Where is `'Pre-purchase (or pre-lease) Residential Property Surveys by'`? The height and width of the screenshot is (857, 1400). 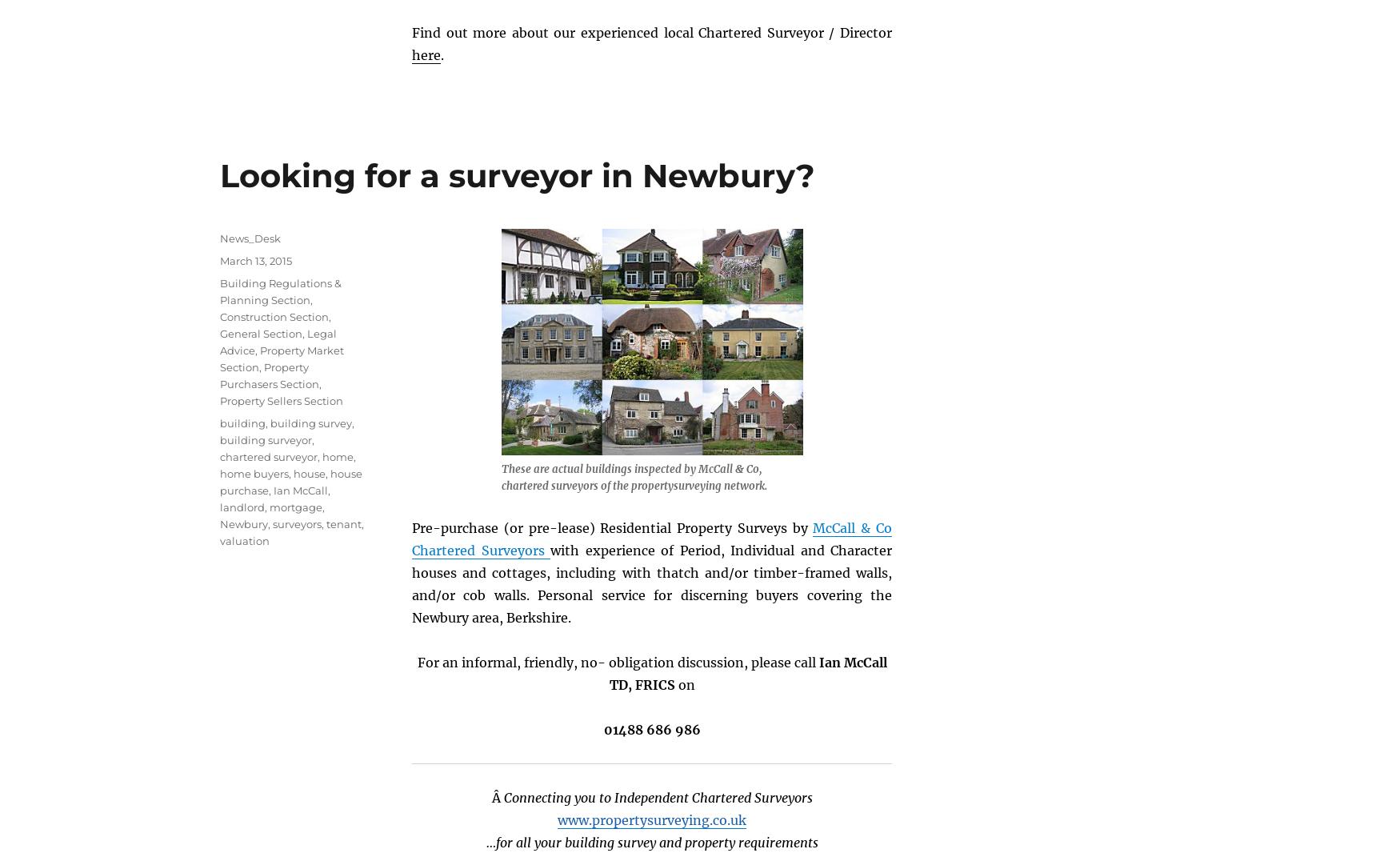
'Pre-purchase (or pre-lease) Residential Property Surveys by' is located at coordinates (611, 526).